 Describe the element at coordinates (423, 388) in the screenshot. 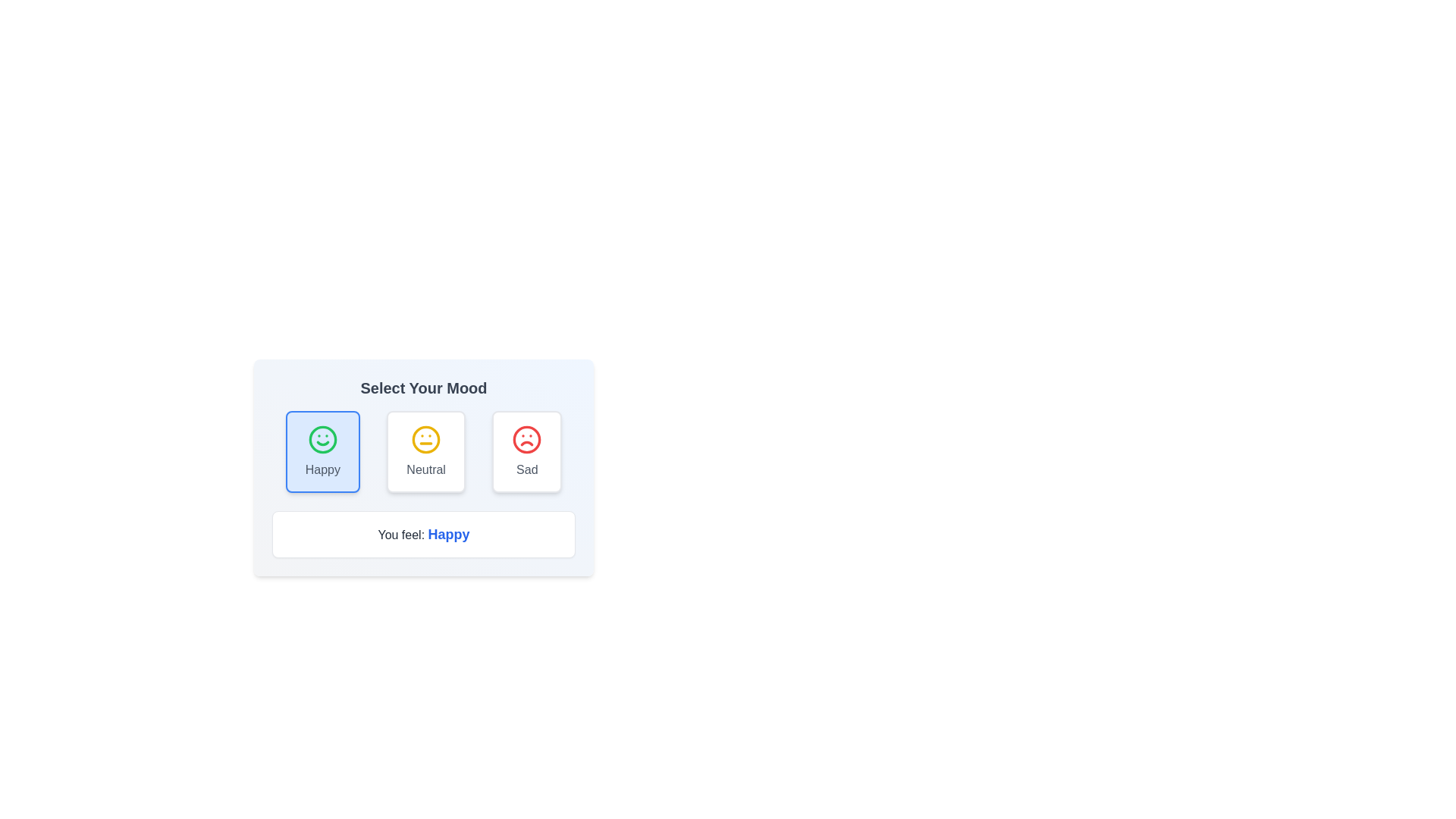

I see `the centered header text reading 'Select Your Mood', which is styled in bold and large gray font, positioned above the mood selection buttons` at that location.